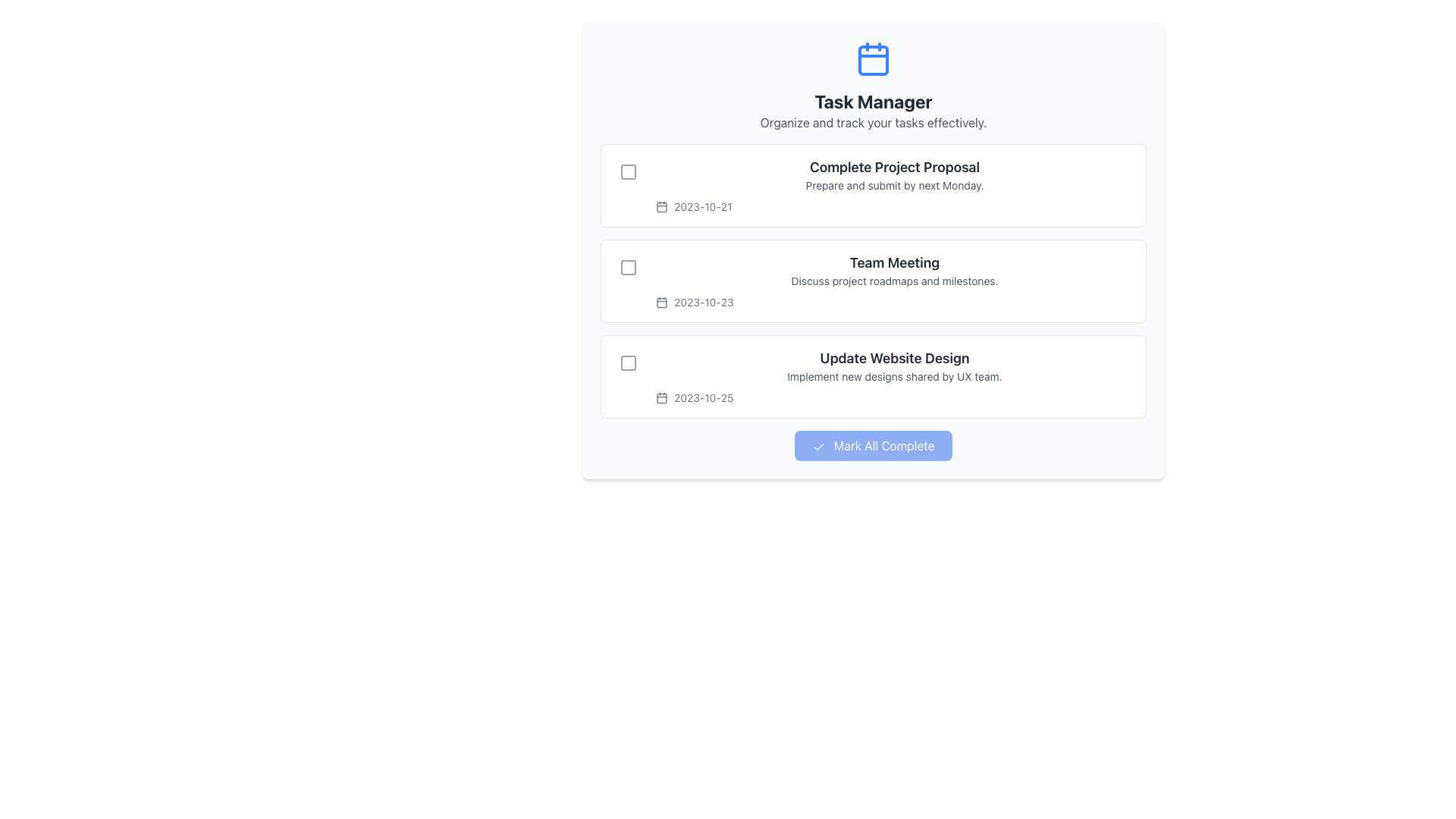  I want to click on the static text that serves as a subtitle for the 'Task Manager' section, located directly beneath the bold 'Task Manager' text, so click(874, 122).